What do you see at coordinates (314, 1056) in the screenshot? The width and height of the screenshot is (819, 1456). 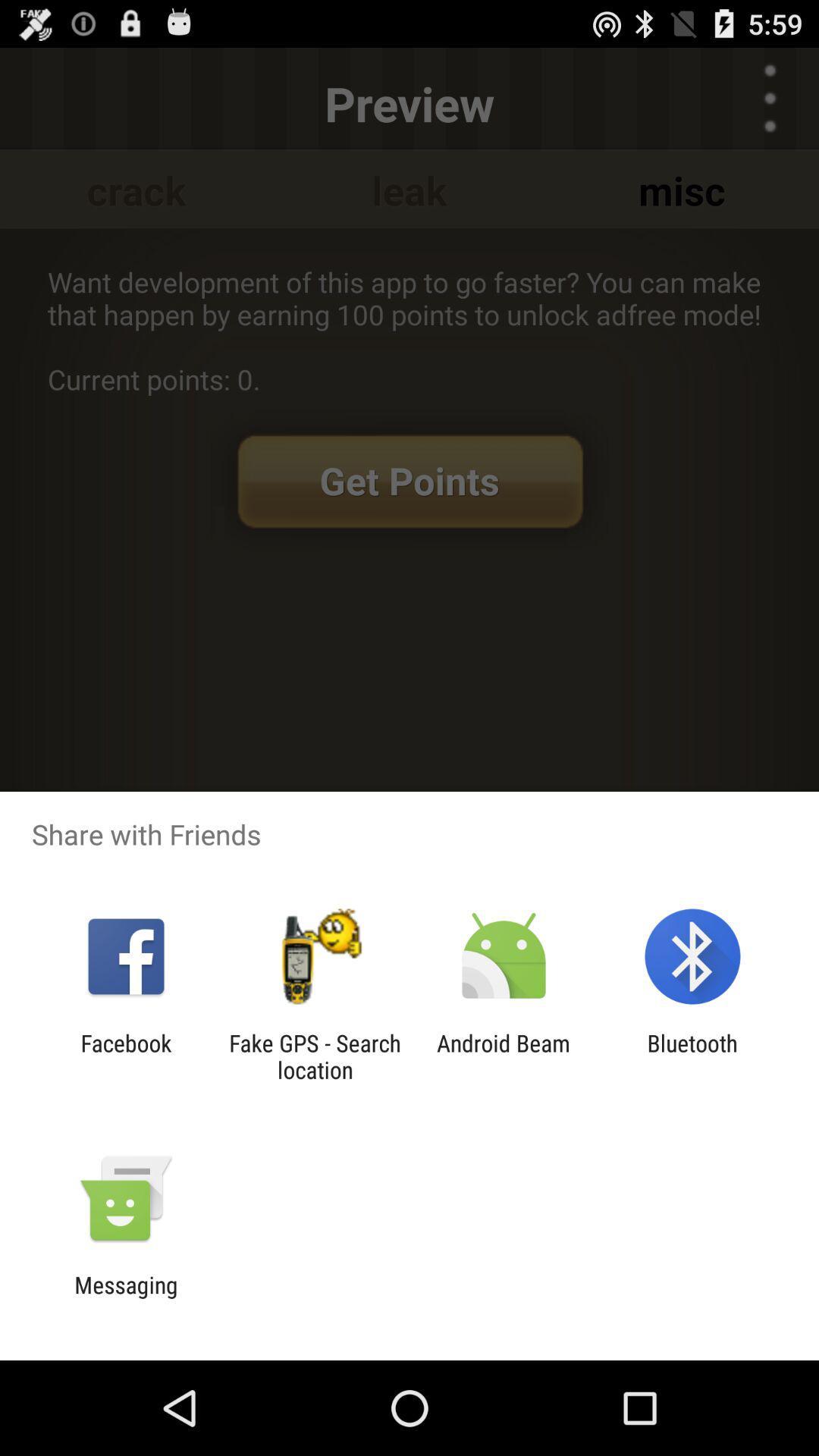 I see `the icon to the right of the facebook app` at bounding box center [314, 1056].